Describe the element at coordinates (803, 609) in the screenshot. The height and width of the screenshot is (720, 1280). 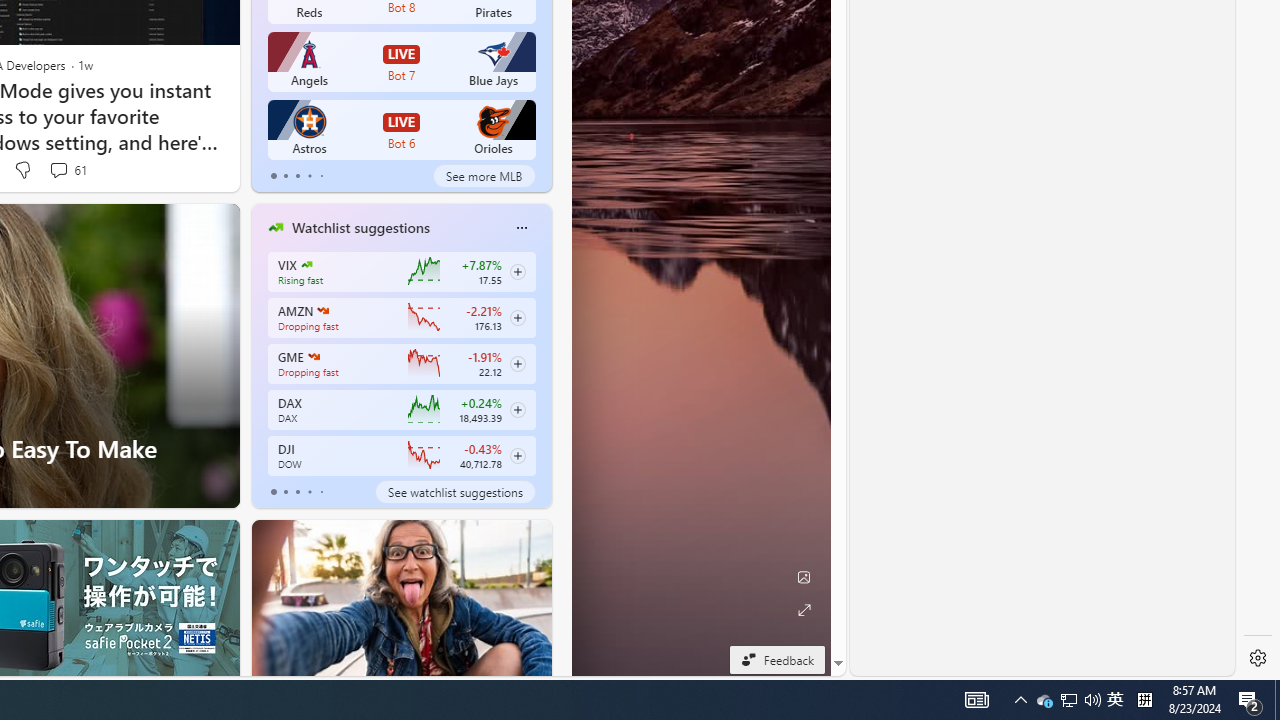
I see `'Expand background'` at that location.